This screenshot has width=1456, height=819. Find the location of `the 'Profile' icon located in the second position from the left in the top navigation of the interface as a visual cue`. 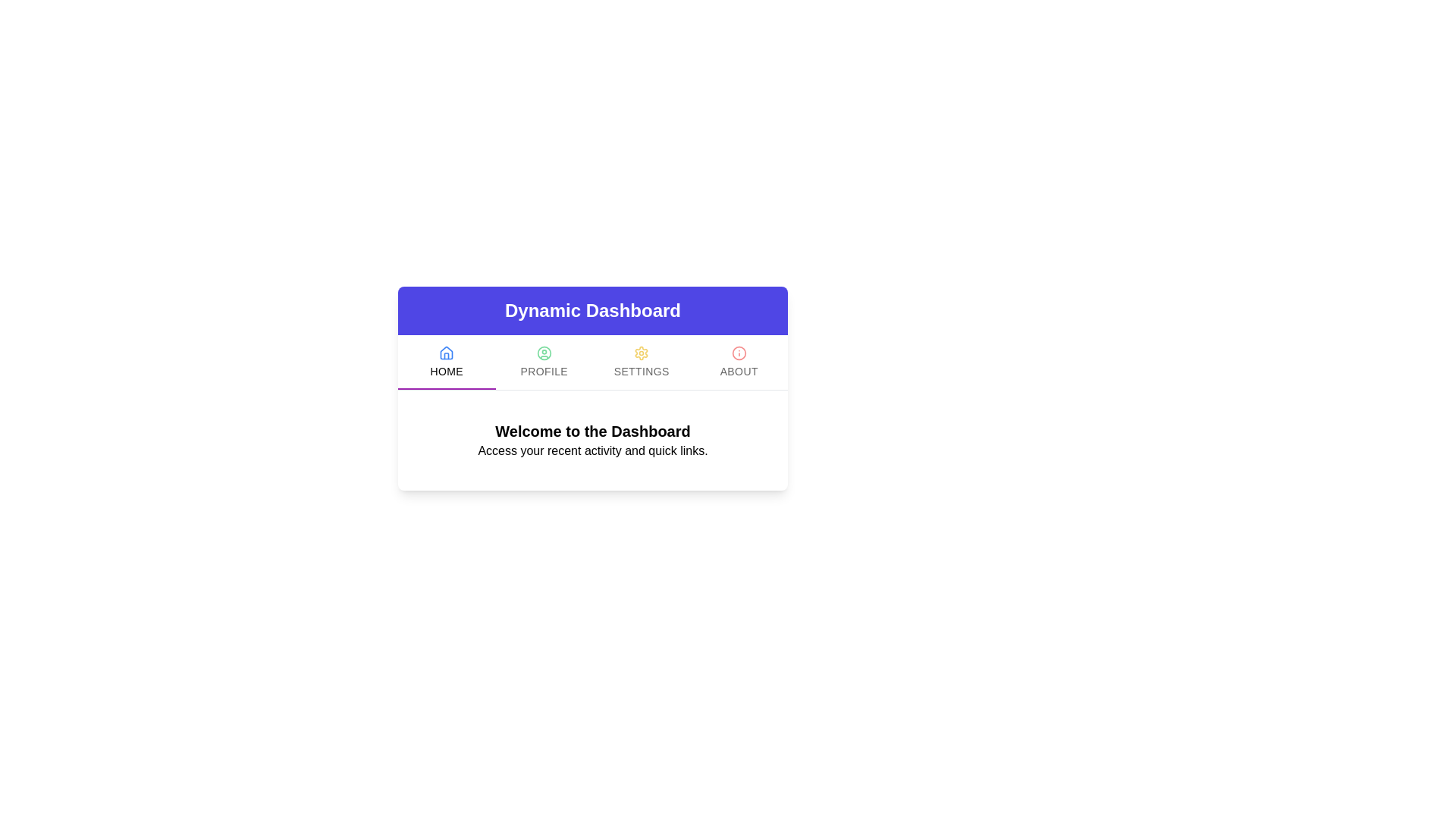

the 'Profile' icon located in the second position from the left in the top navigation of the interface as a visual cue is located at coordinates (544, 353).